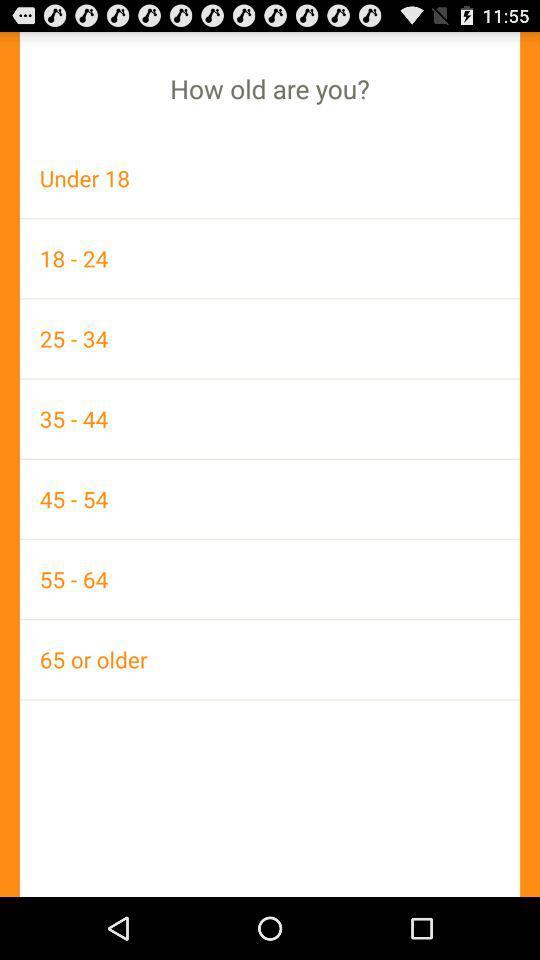  What do you see at coordinates (270, 417) in the screenshot?
I see `icon below 25 - 34 app` at bounding box center [270, 417].